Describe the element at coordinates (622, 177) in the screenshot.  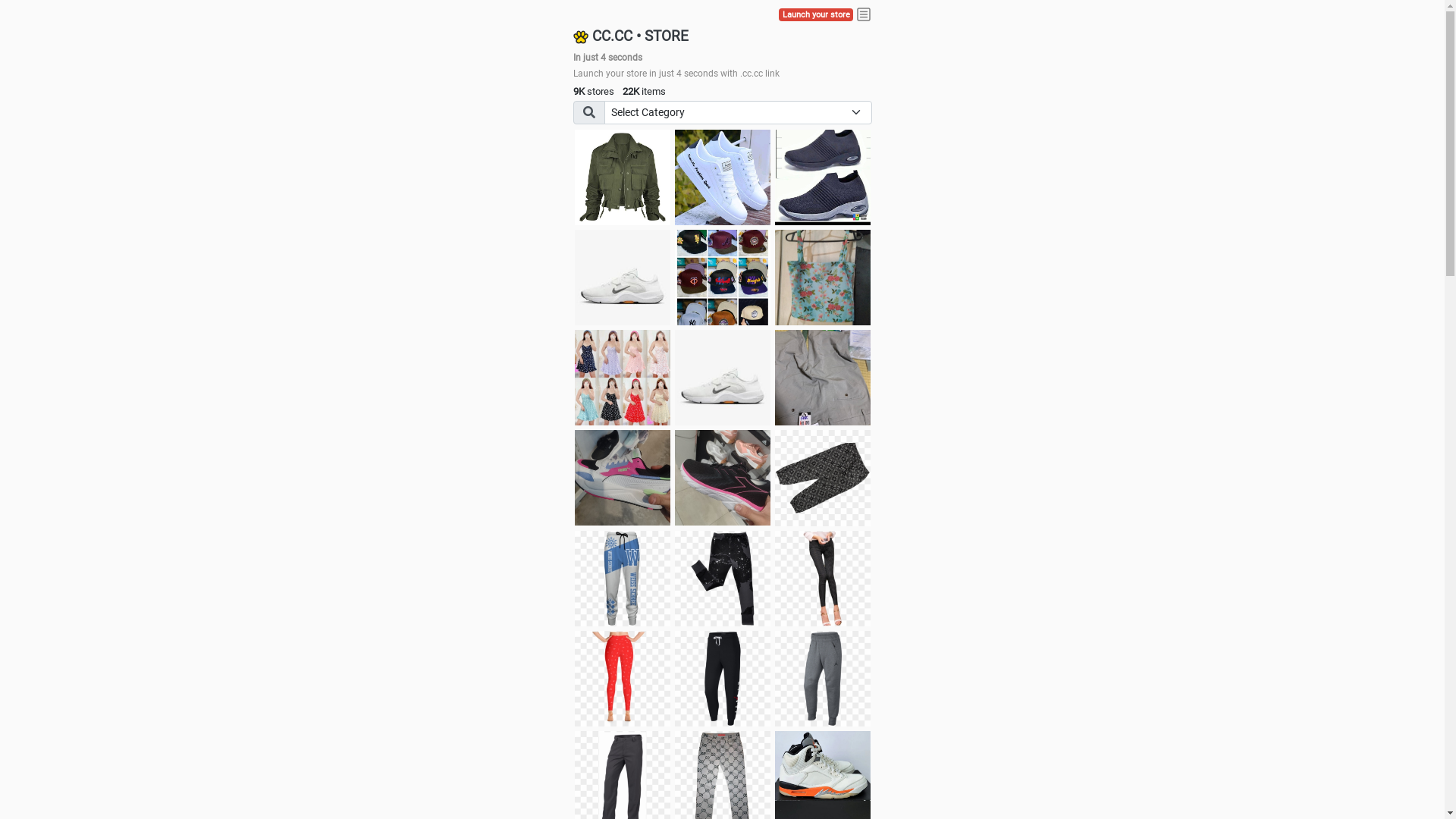
I see `'jacket'` at that location.